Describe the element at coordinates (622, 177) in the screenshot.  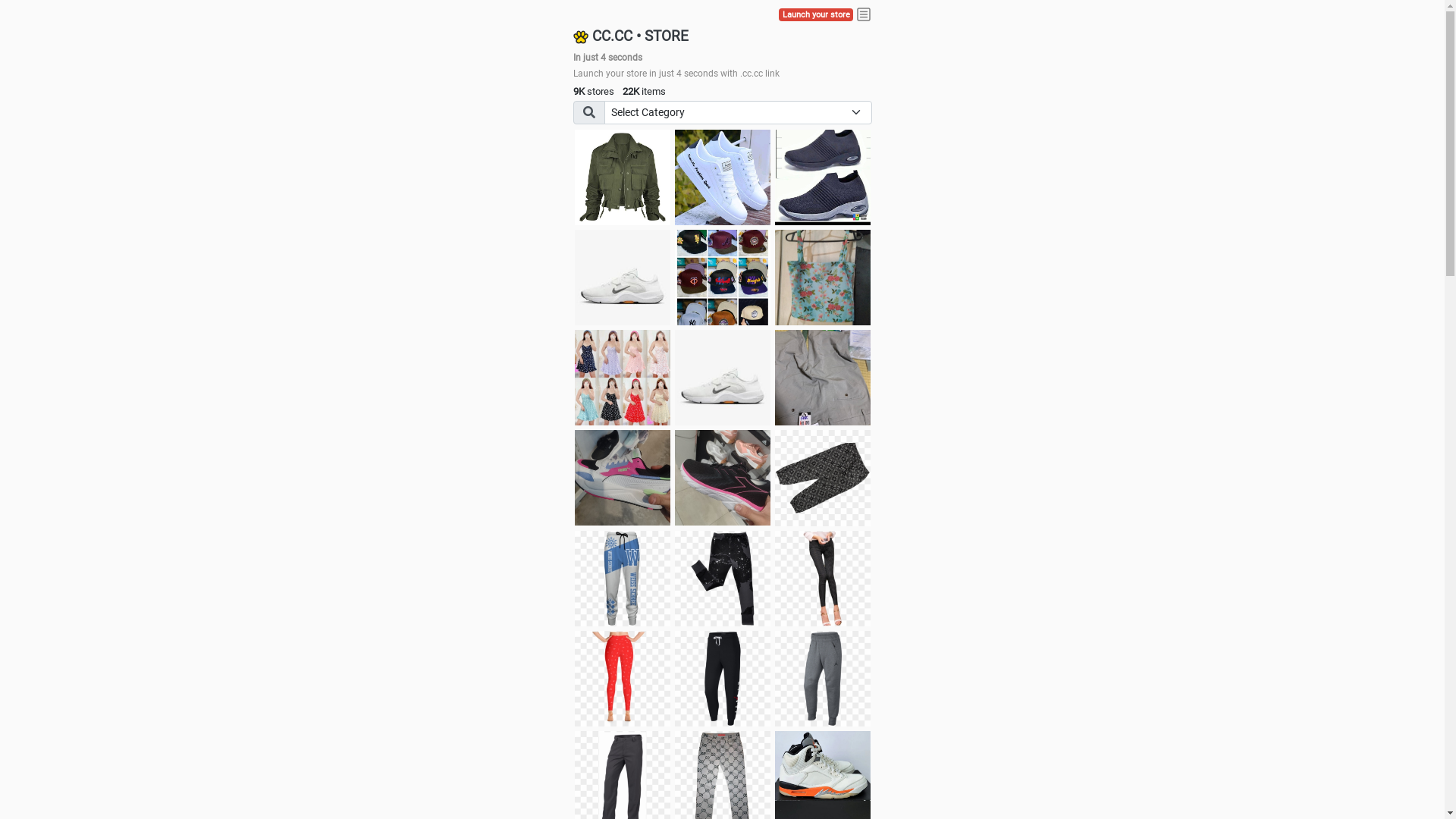
I see `'jacket'` at that location.